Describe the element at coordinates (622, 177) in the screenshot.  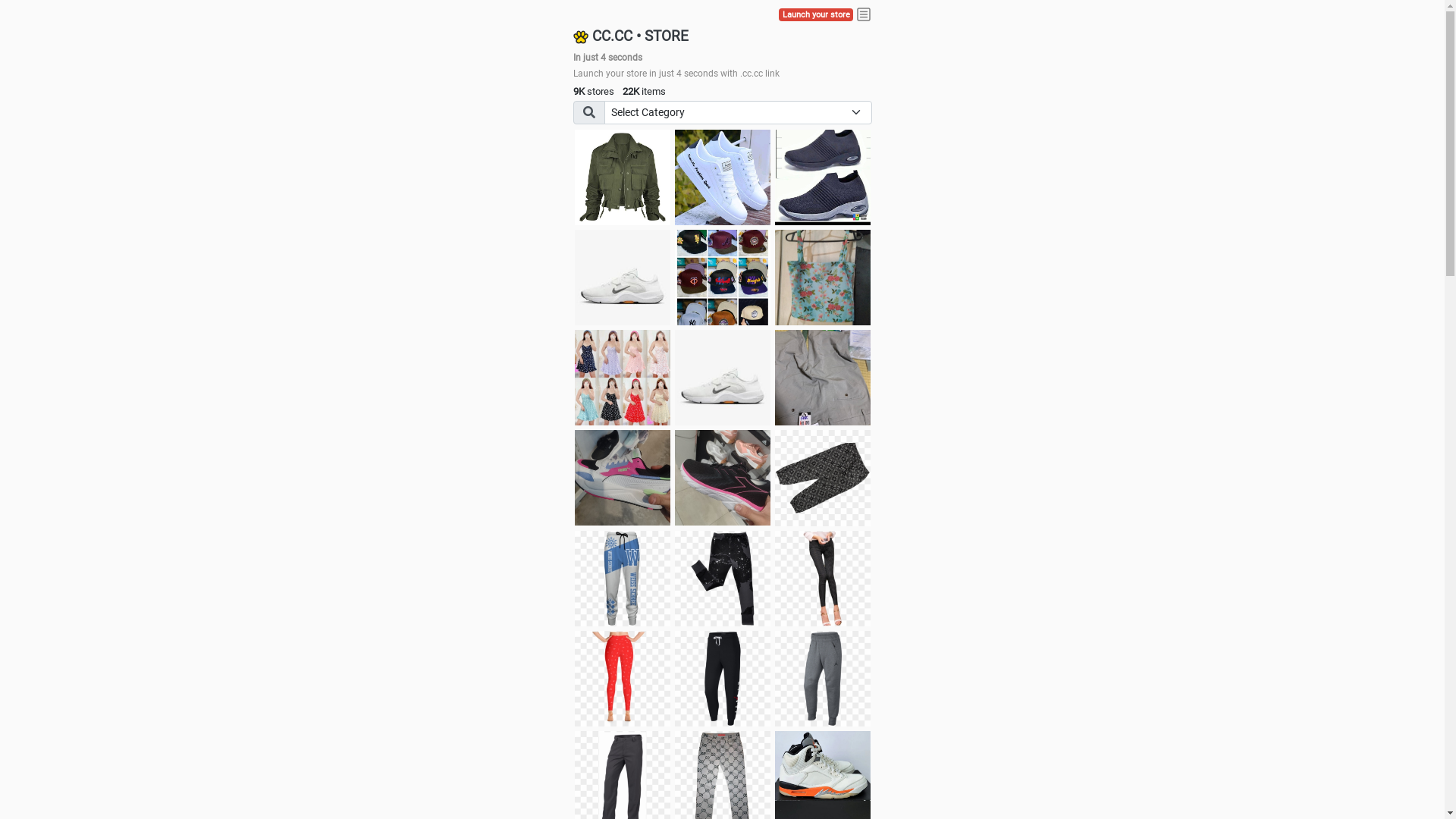
I see `'jacket'` at that location.